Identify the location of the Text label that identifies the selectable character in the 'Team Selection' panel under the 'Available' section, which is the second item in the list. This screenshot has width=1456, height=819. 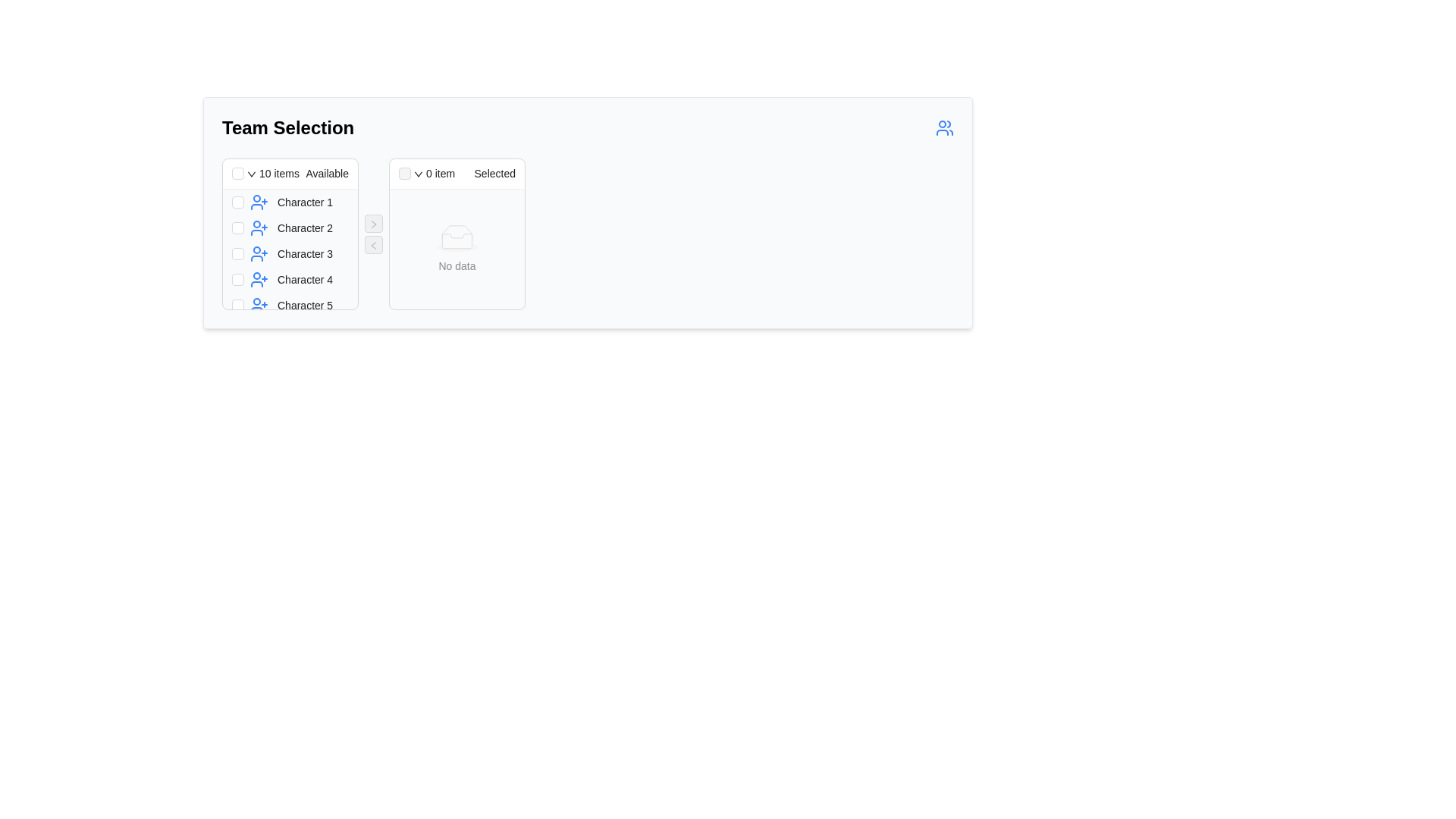
(304, 227).